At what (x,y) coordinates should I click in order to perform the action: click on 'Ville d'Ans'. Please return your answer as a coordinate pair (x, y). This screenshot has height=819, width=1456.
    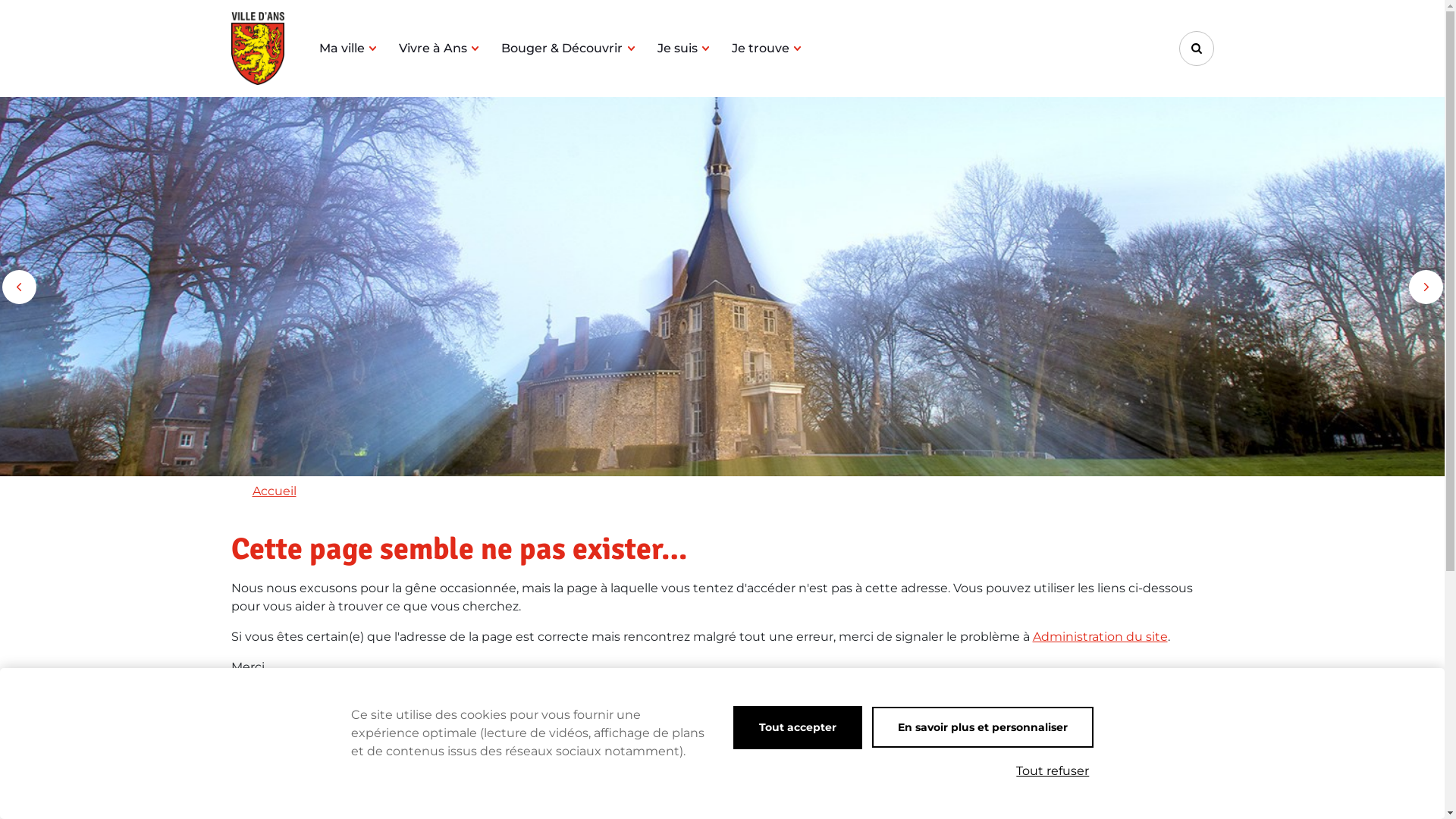
    Looking at the image, I should click on (229, 48).